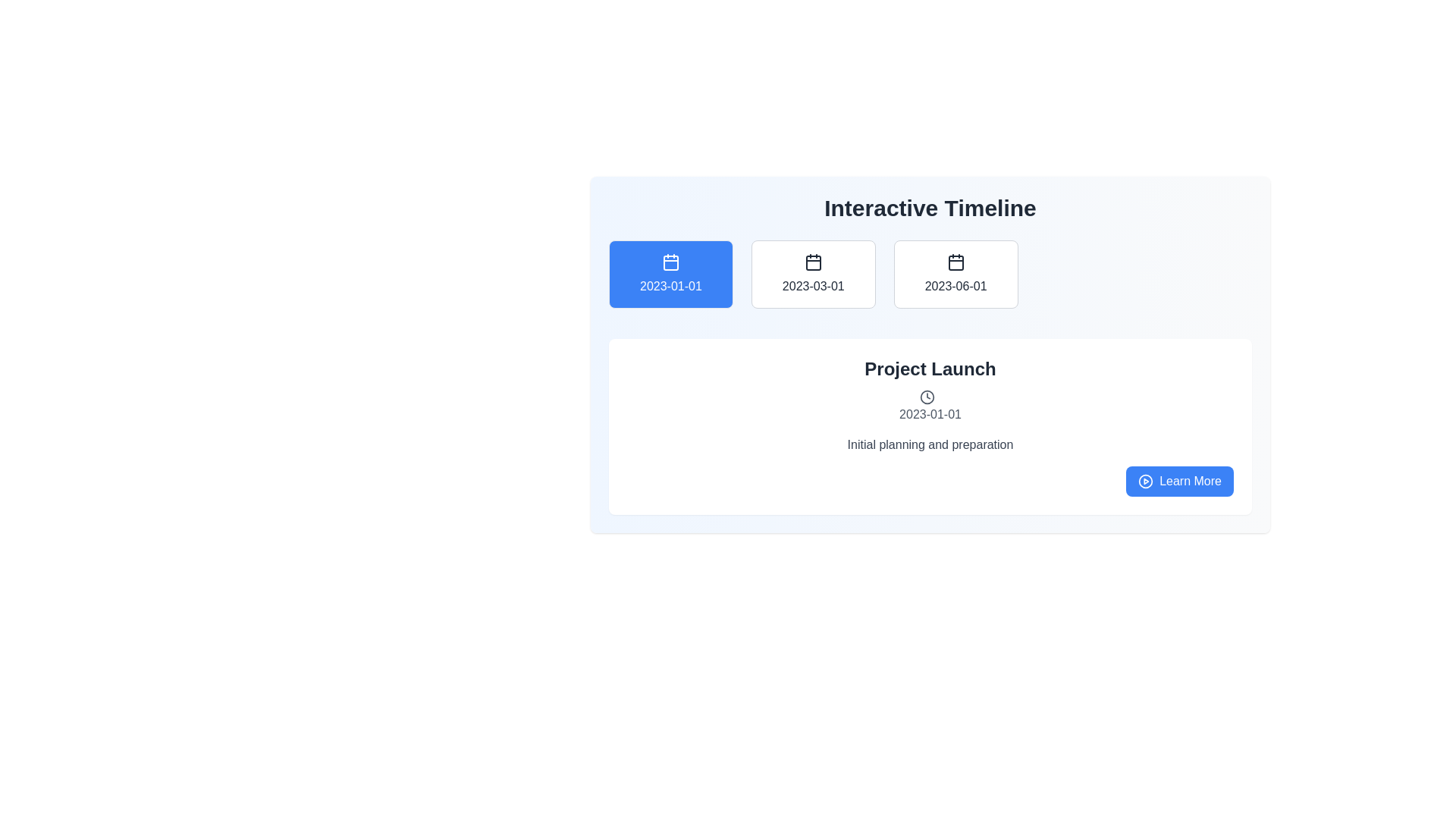 The height and width of the screenshot is (819, 1456). I want to click on the calendar icon within the blue rectangular button labeled '2023-01-01', which is the first element among three buttons at the top of the interface, so click(670, 262).